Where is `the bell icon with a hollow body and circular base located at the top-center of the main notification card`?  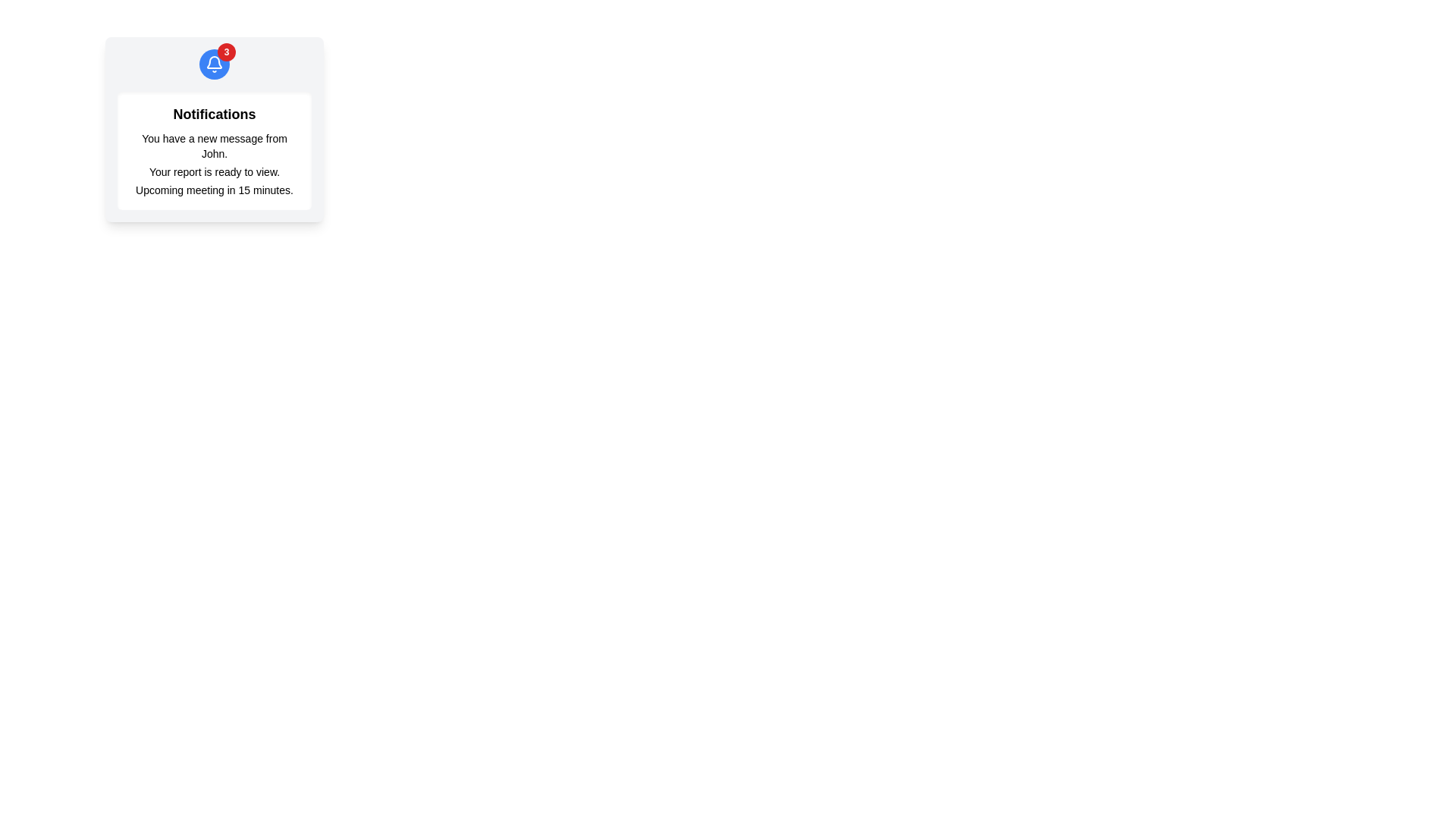 the bell icon with a hollow body and circular base located at the top-center of the main notification card is located at coordinates (214, 63).